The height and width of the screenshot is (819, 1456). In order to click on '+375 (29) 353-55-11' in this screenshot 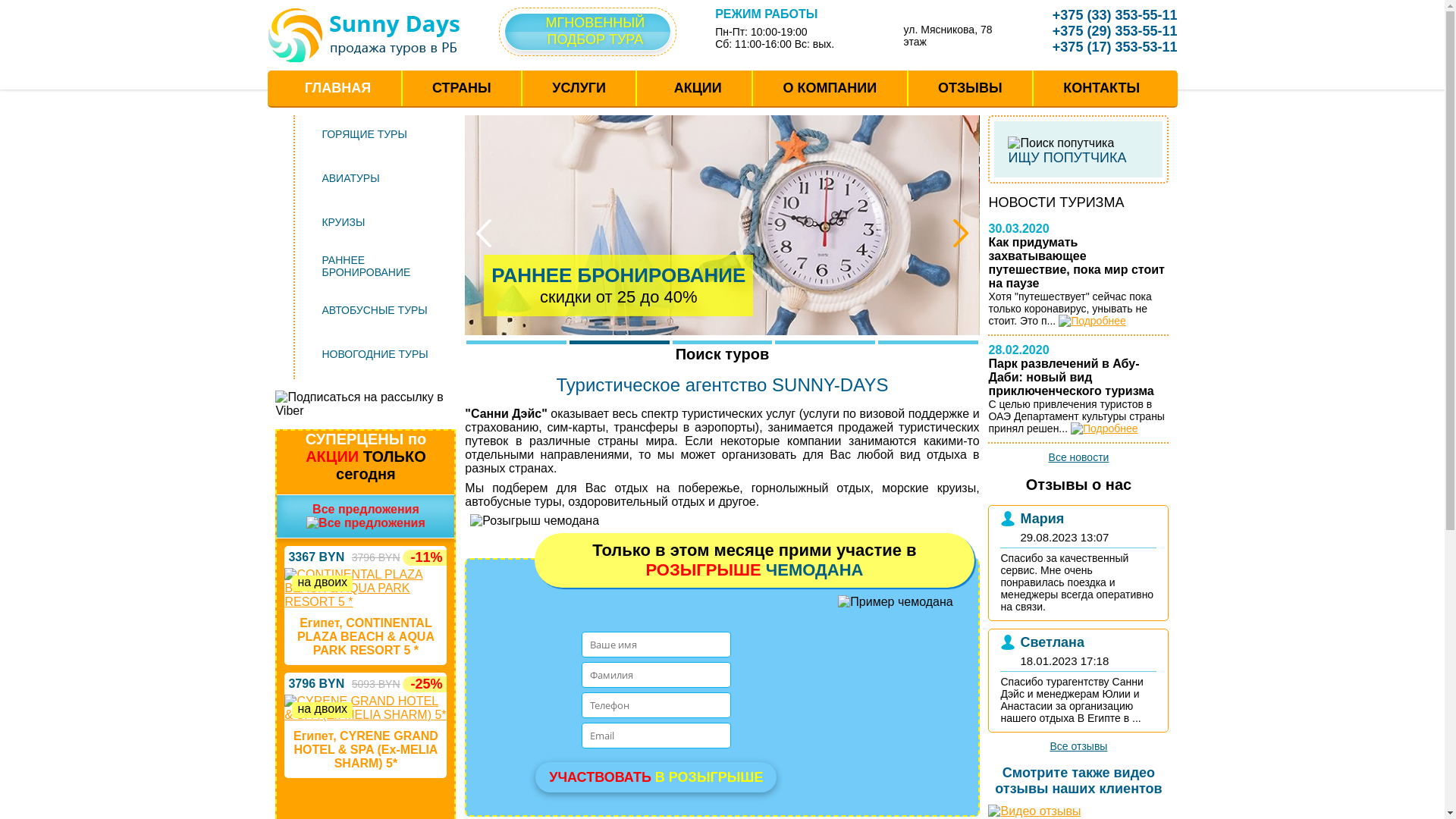, I will do `click(1104, 31)`.